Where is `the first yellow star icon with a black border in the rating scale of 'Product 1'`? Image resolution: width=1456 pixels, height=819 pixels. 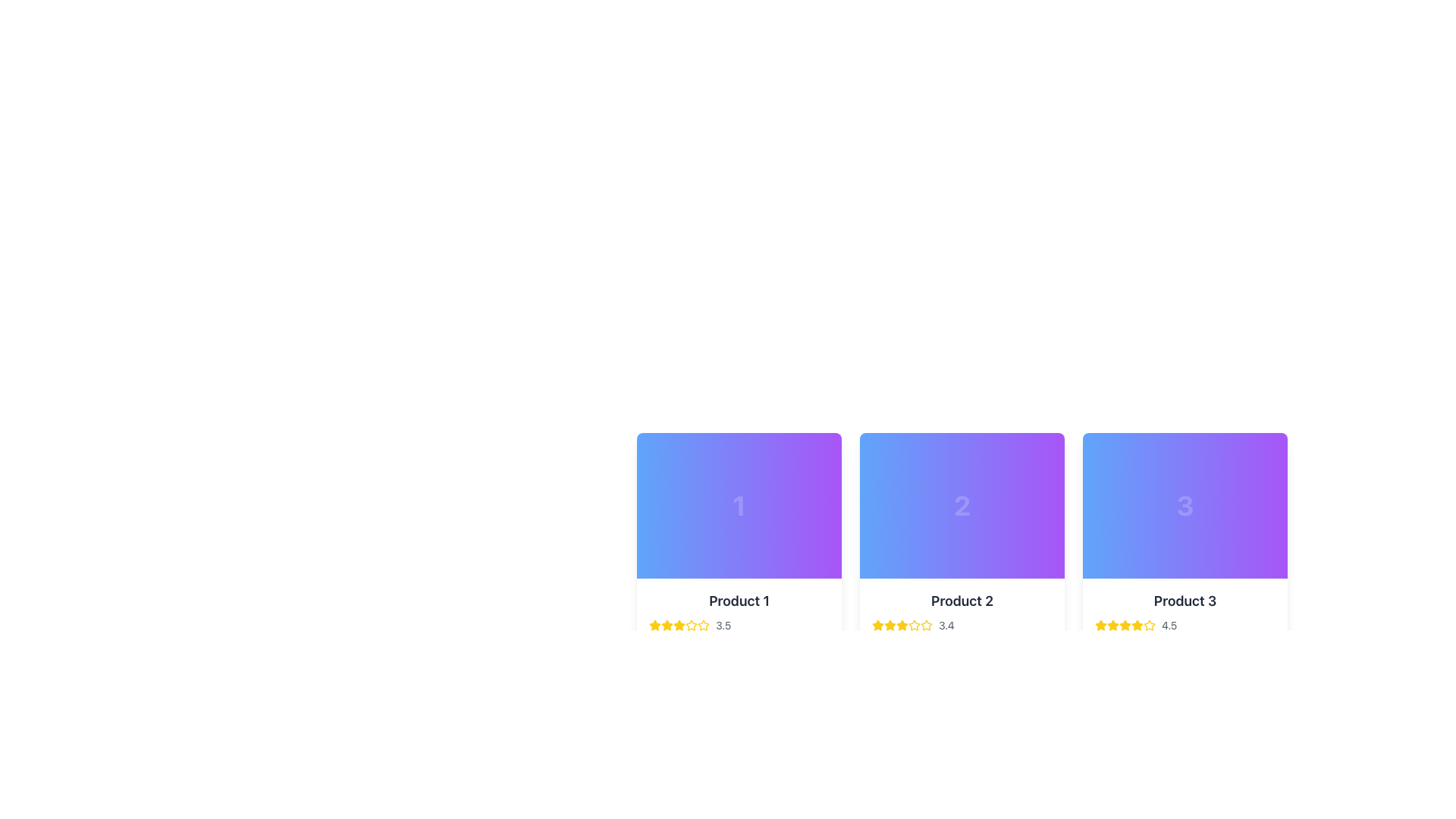 the first yellow star icon with a black border in the rating scale of 'Product 1' is located at coordinates (655, 626).